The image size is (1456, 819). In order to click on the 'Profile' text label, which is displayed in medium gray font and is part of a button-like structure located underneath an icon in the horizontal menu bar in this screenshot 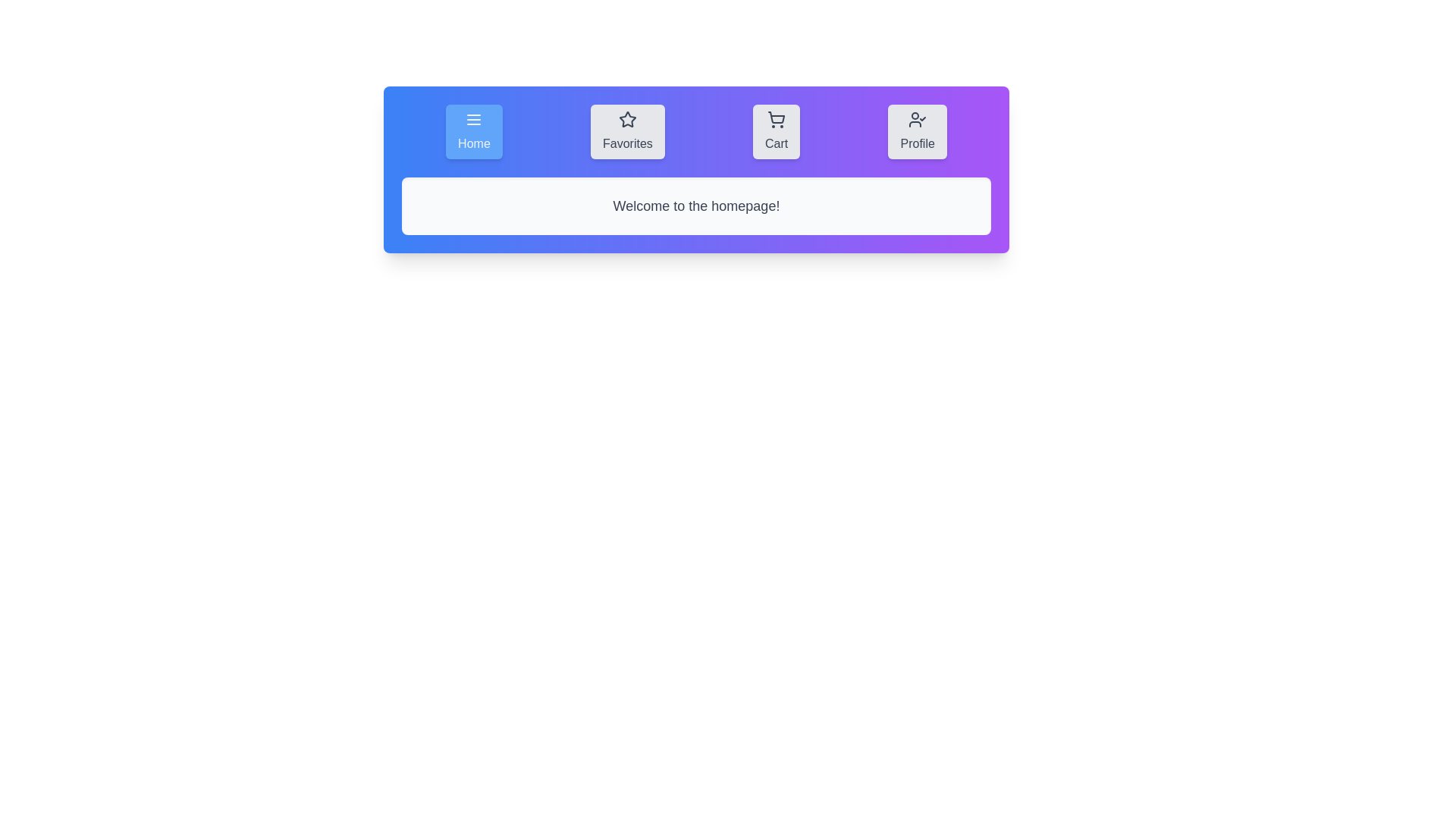, I will do `click(917, 143)`.